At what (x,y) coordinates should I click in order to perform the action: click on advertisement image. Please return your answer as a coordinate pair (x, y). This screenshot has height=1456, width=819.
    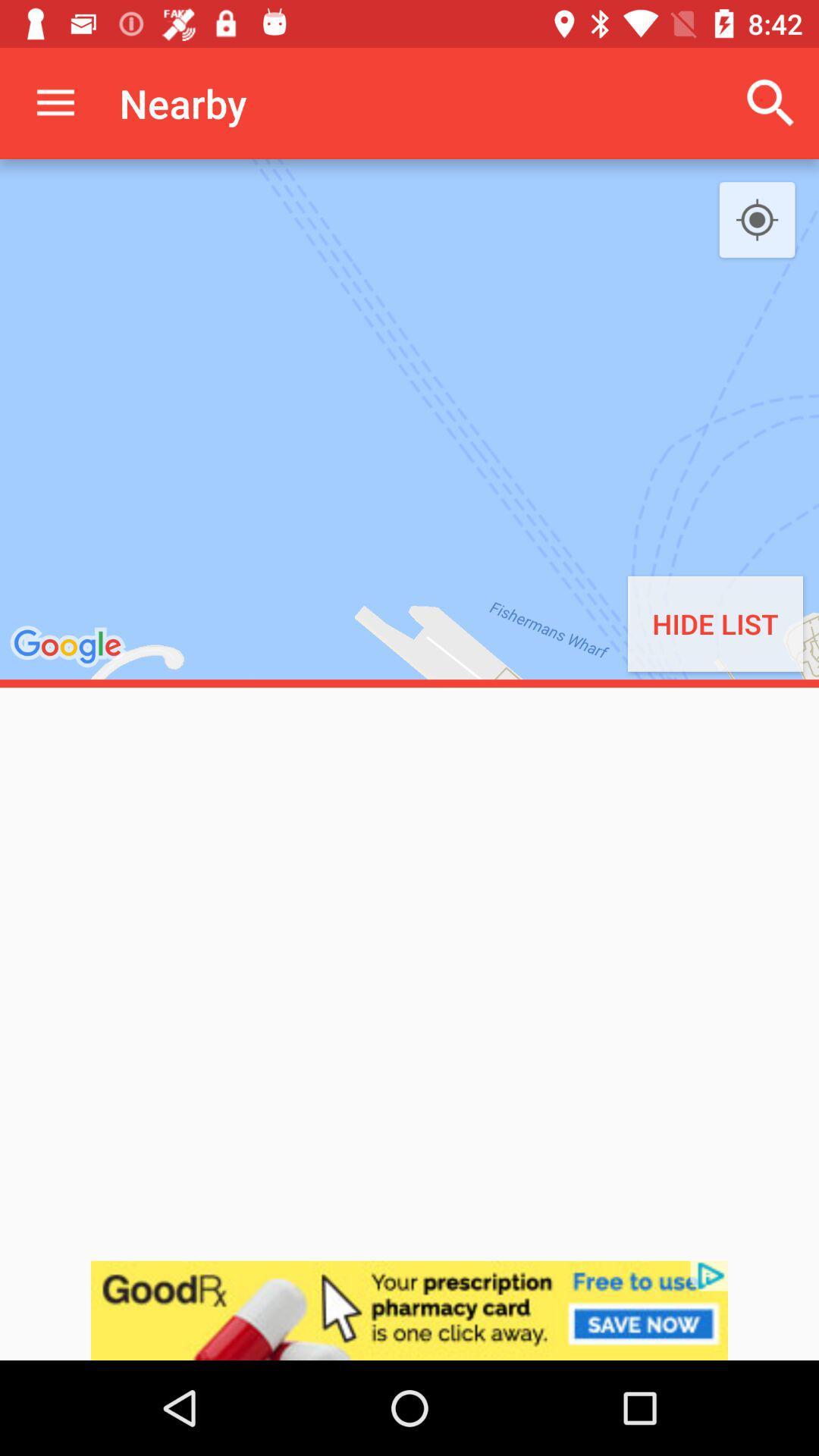
    Looking at the image, I should click on (409, 1310).